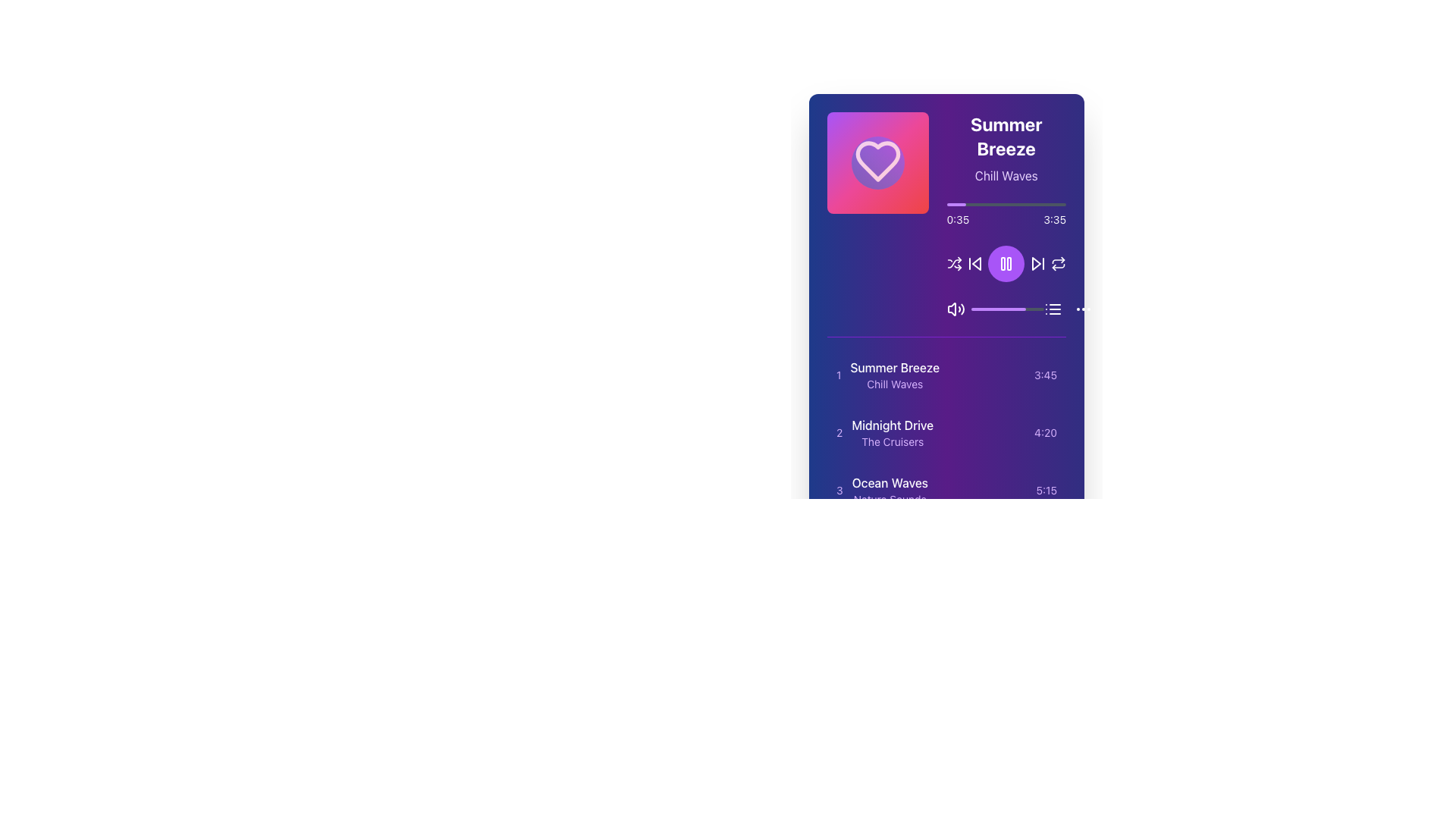 Image resolution: width=1456 pixels, height=819 pixels. Describe the element at coordinates (946, 491) in the screenshot. I see `the audio track list item displaying 'Ocean Waves'` at that location.